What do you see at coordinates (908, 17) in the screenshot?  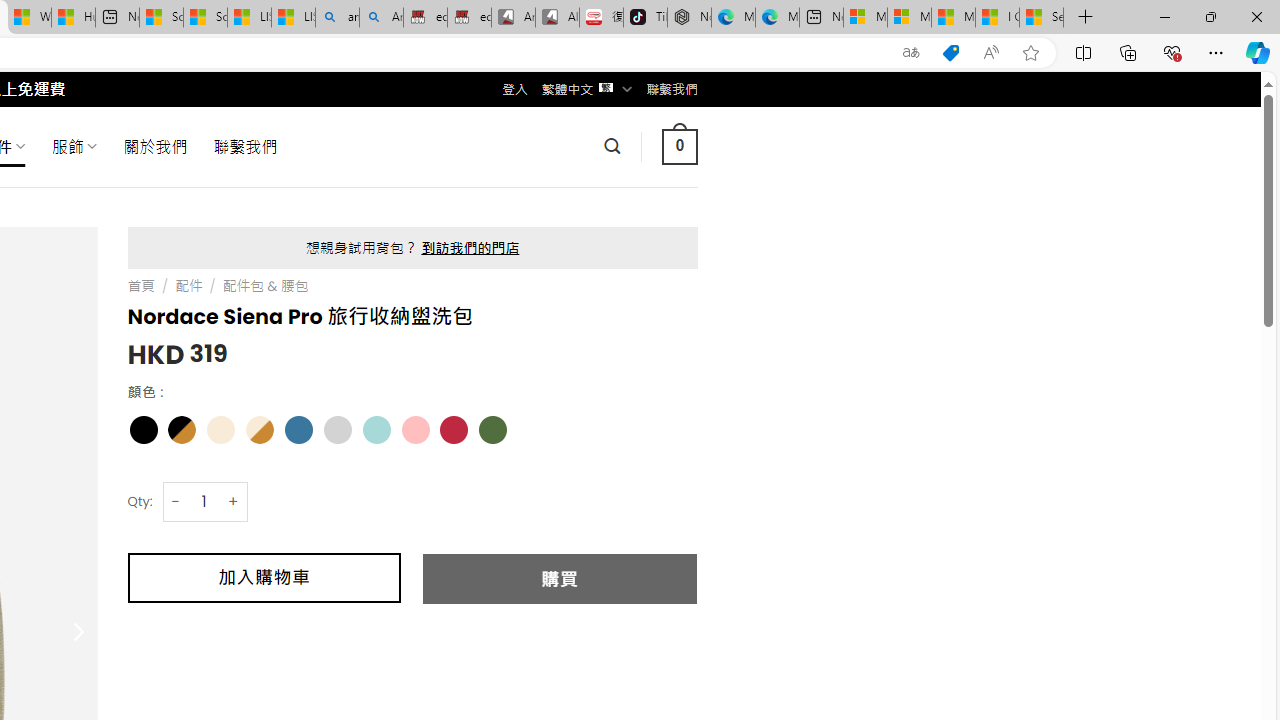 I see `'Microsoft account | Privacy'` at bounding box center [908, 17].